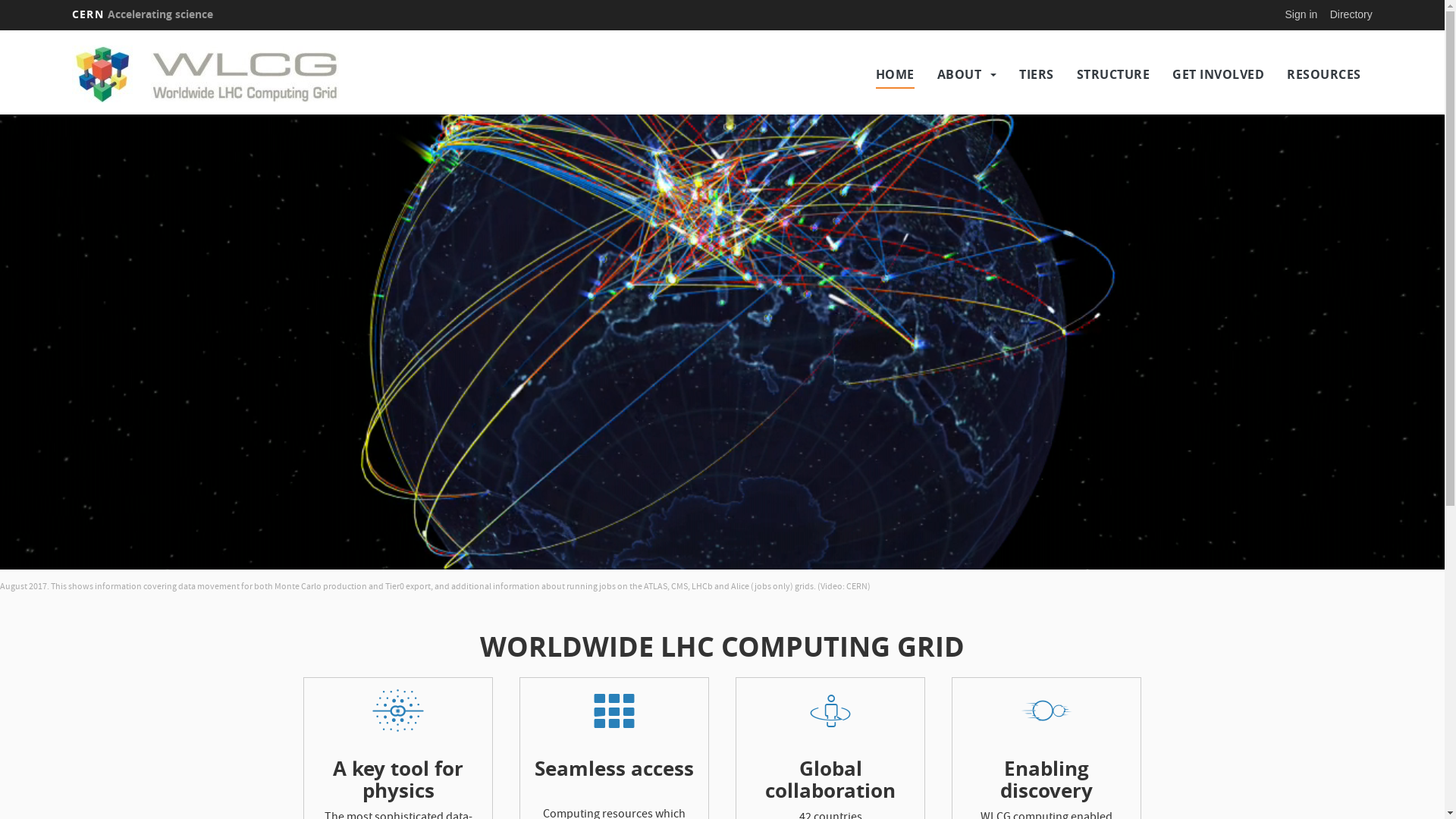 Image resolution: width=1456 pixels, height=819 pixels. What do you see at coordinates (895, 74) in the screenshot?
I see `'HOME'` at bounding box center [895, 74].